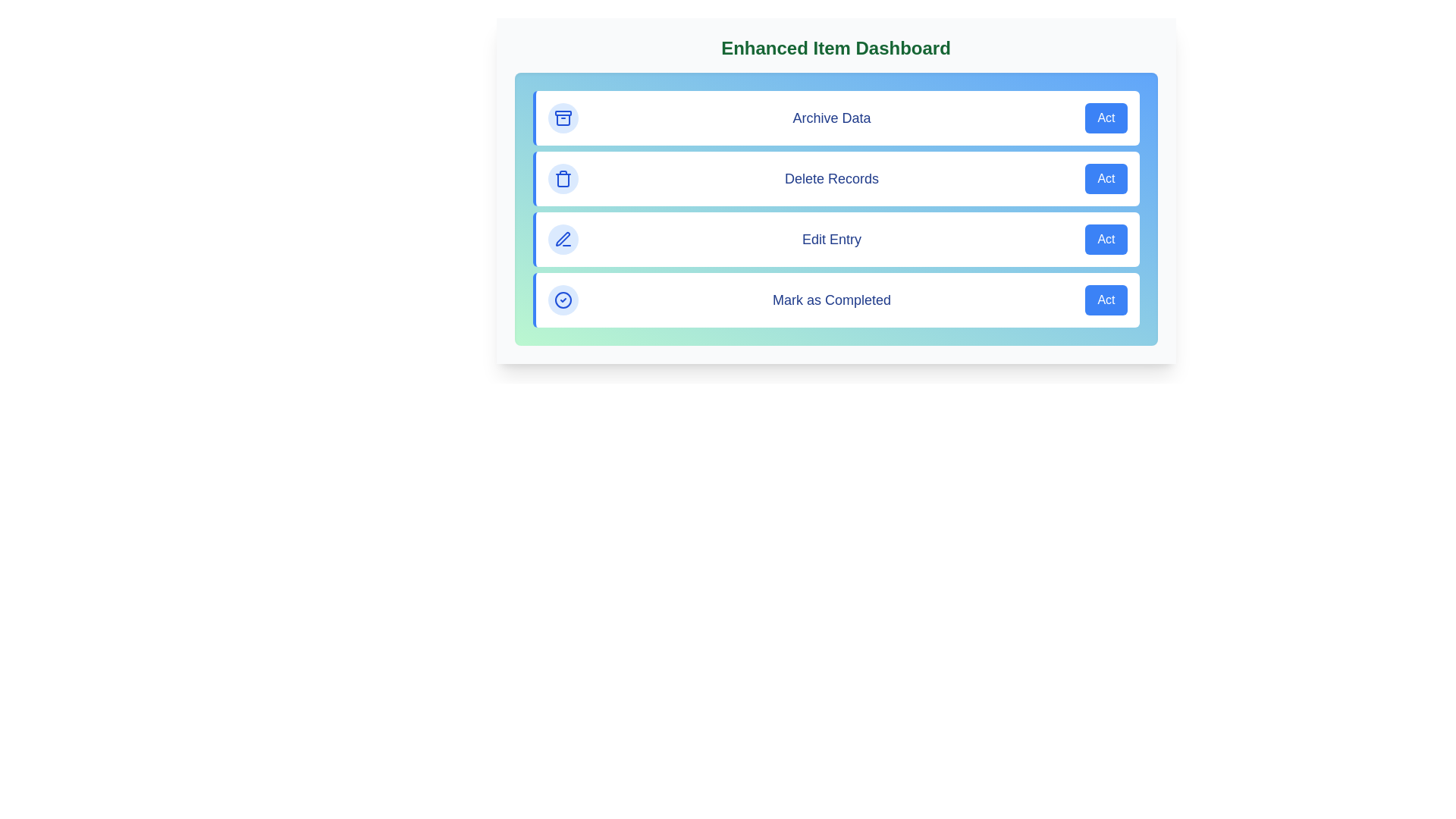 The height and width of the screenshot is (819, 1456). Describe the element at coordinates (835, 177) in the screenshot. I see `the action item labeled 'Delete Records' to observe its hover effect` at that location.